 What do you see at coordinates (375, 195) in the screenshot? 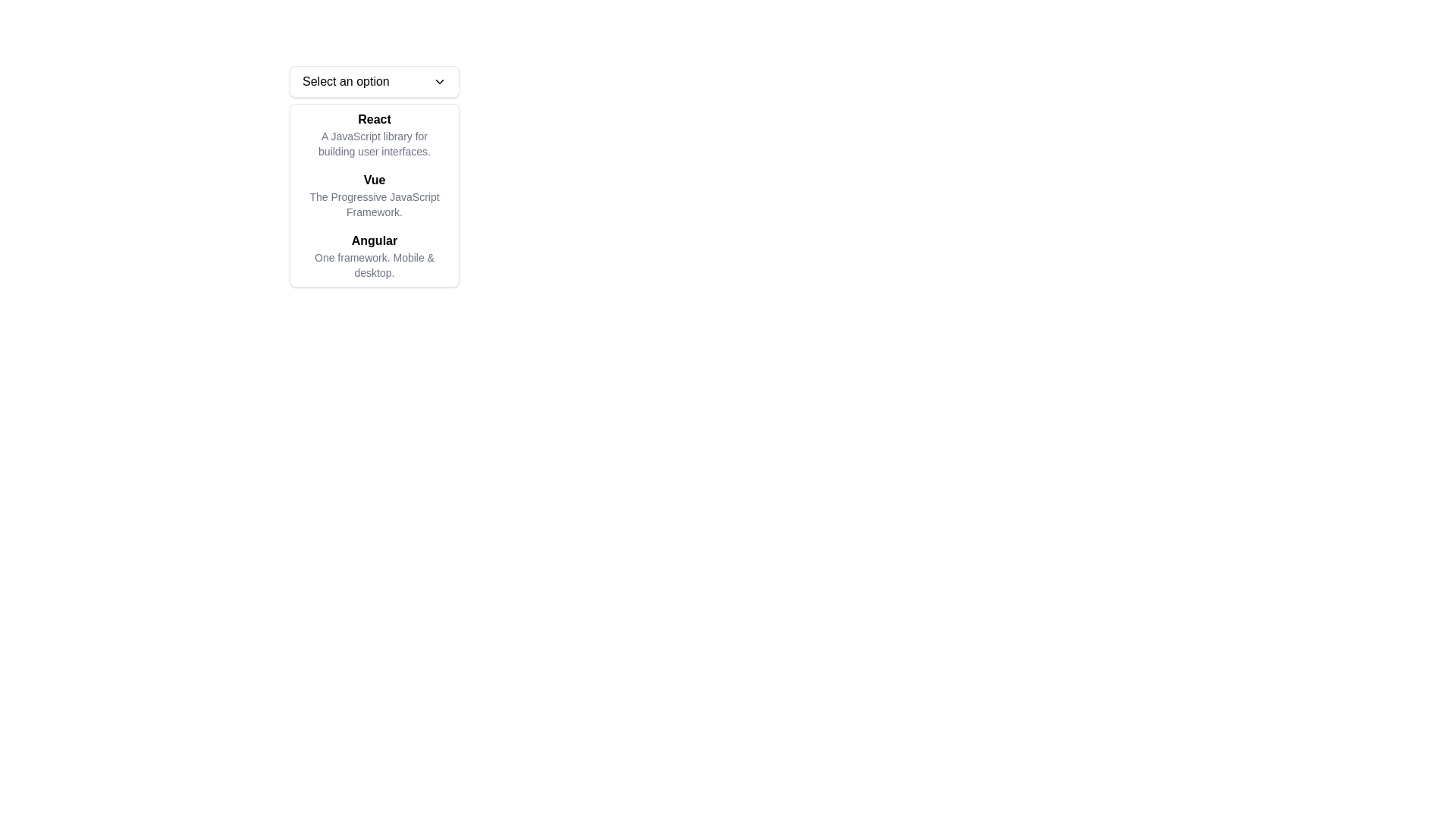
I see `the static text block that displays 'Vue' and describes 'The Progressive JavaScript Framework.'` at bounding box center [375, 195].